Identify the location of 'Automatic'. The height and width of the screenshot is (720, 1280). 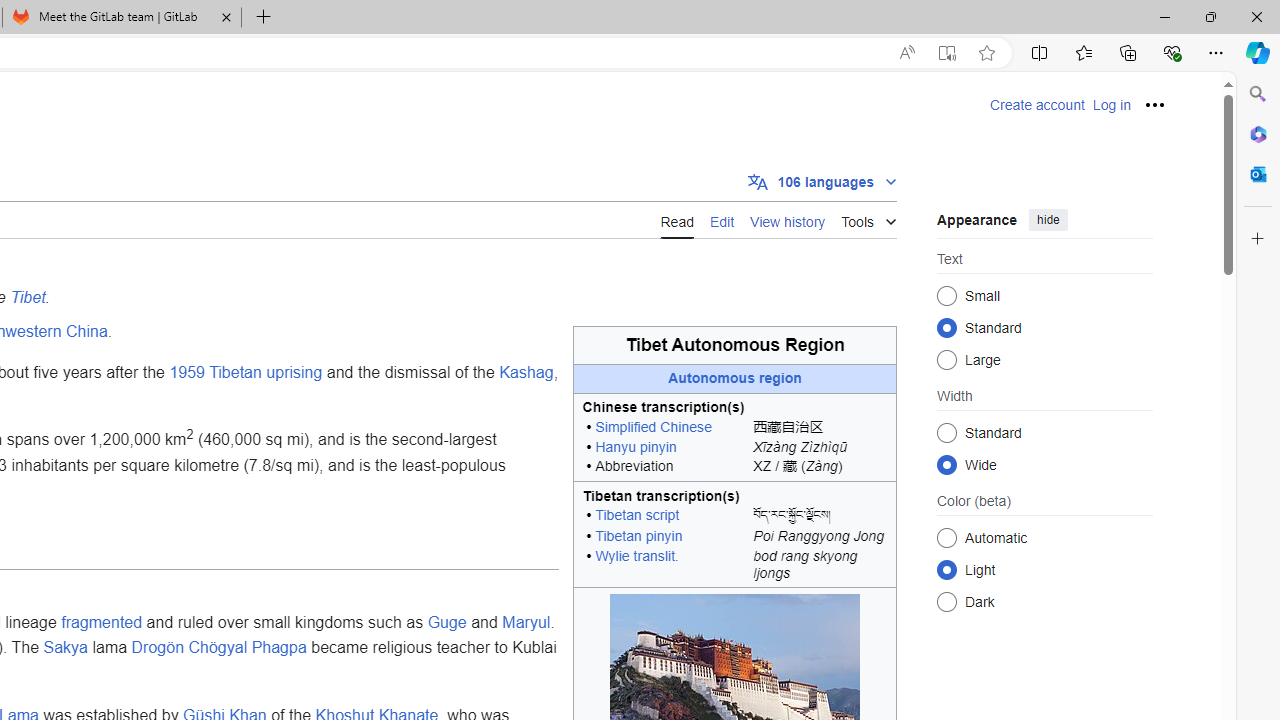
(946, 536).